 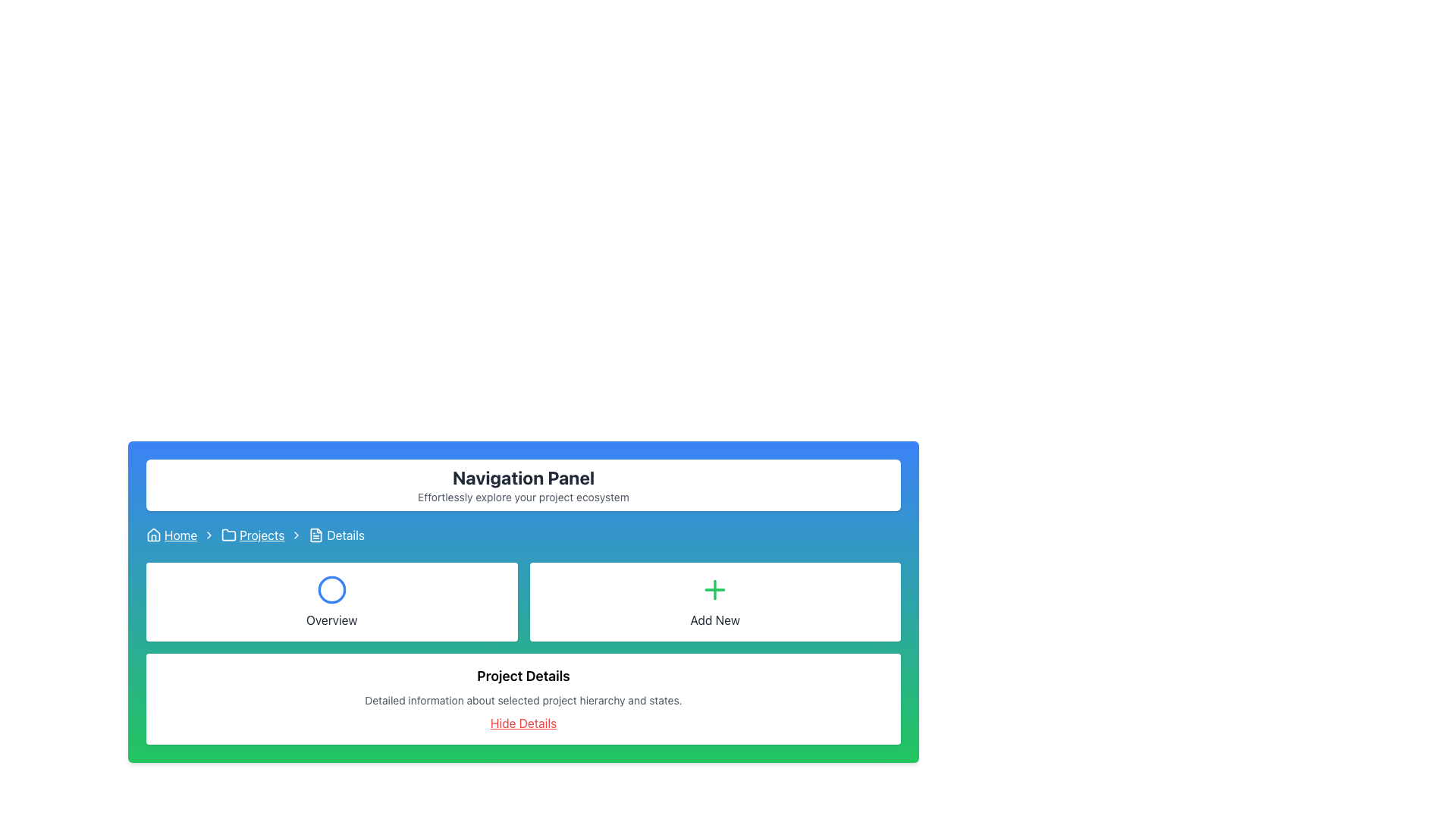 What do you see at coordinates (228, 534) in the screenshot?
I see `the 'Projects' icon in the breadcrumb navigation to associate it with the navigational text` at bounding box center [228, 534].